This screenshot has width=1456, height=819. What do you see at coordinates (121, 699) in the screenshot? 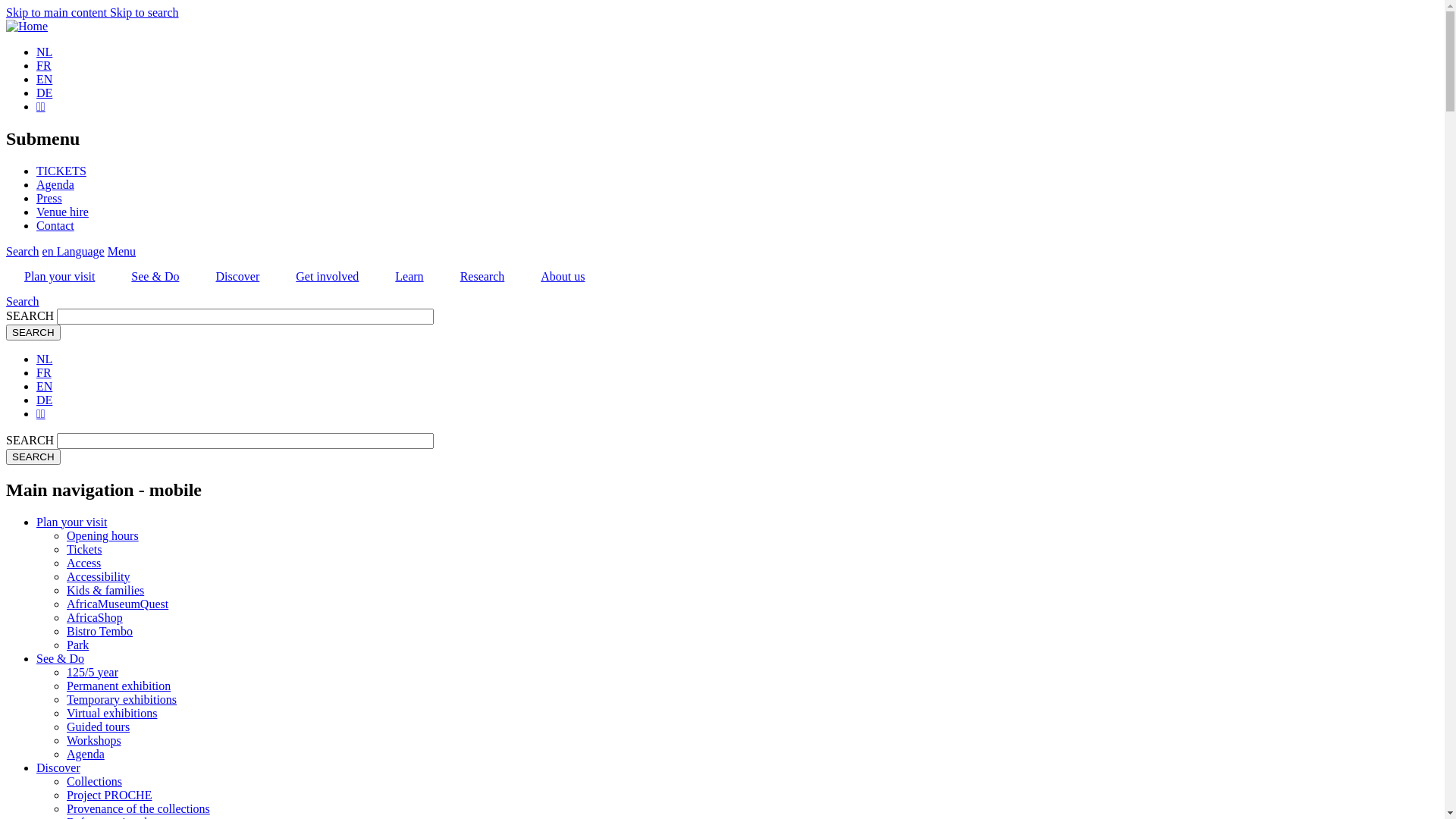
I see `'Temporary exhibitions'` at bounding box center [121, 699].